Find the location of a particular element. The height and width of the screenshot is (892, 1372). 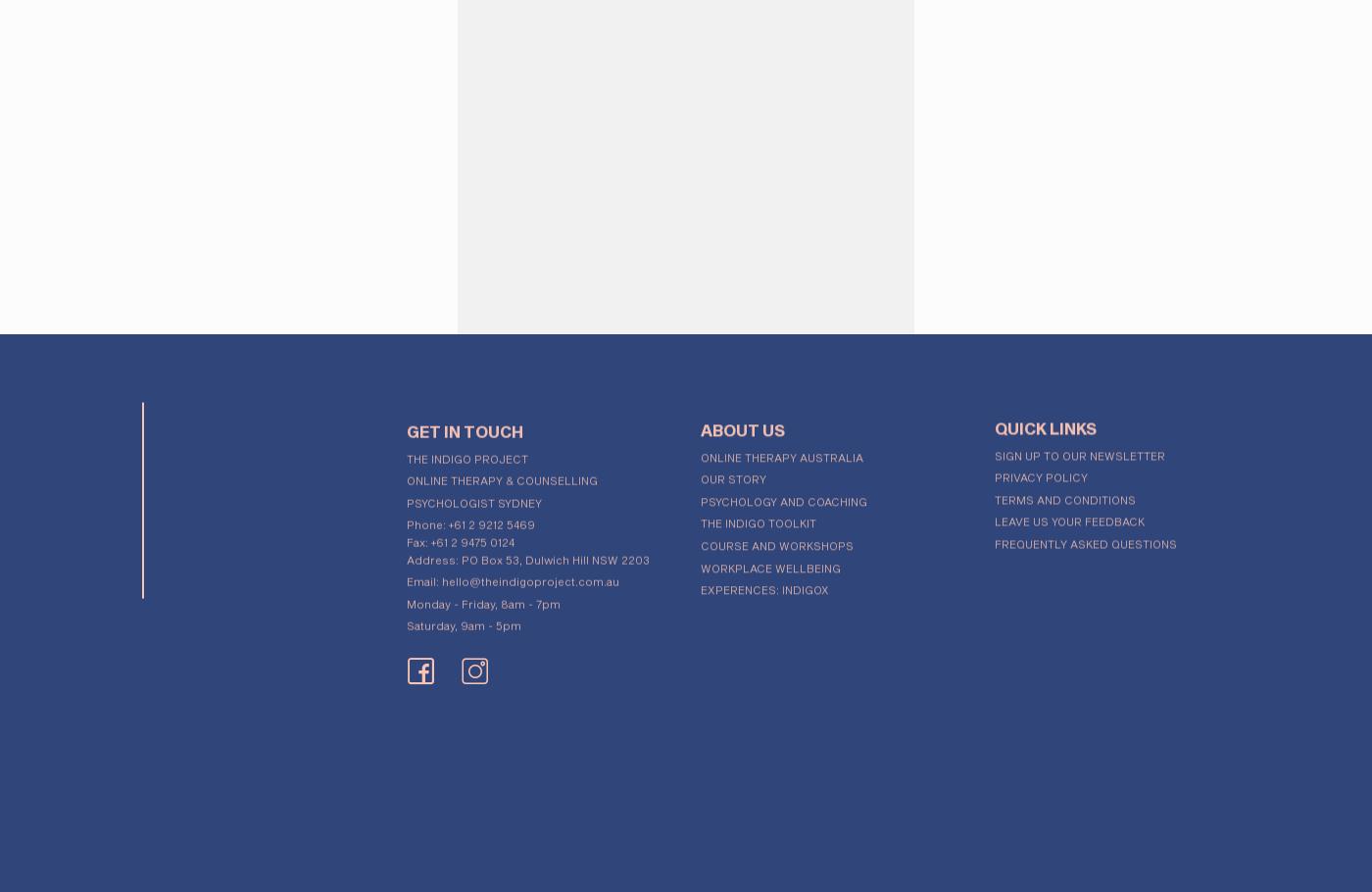

'Our Story' is located at coordinates (733, 471).